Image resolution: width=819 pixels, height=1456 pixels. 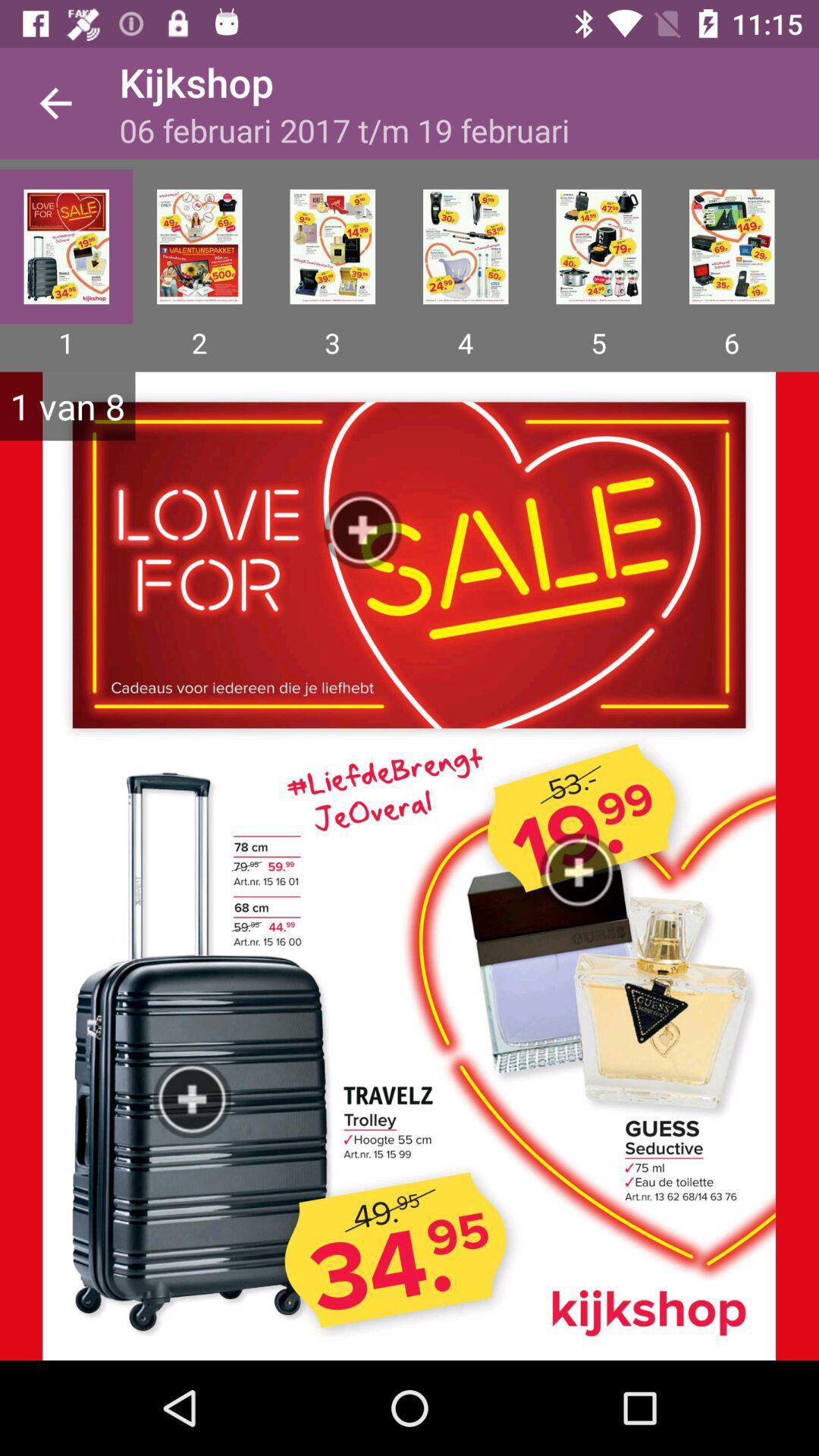 I want to click on page one, so click(x=65, y=246).